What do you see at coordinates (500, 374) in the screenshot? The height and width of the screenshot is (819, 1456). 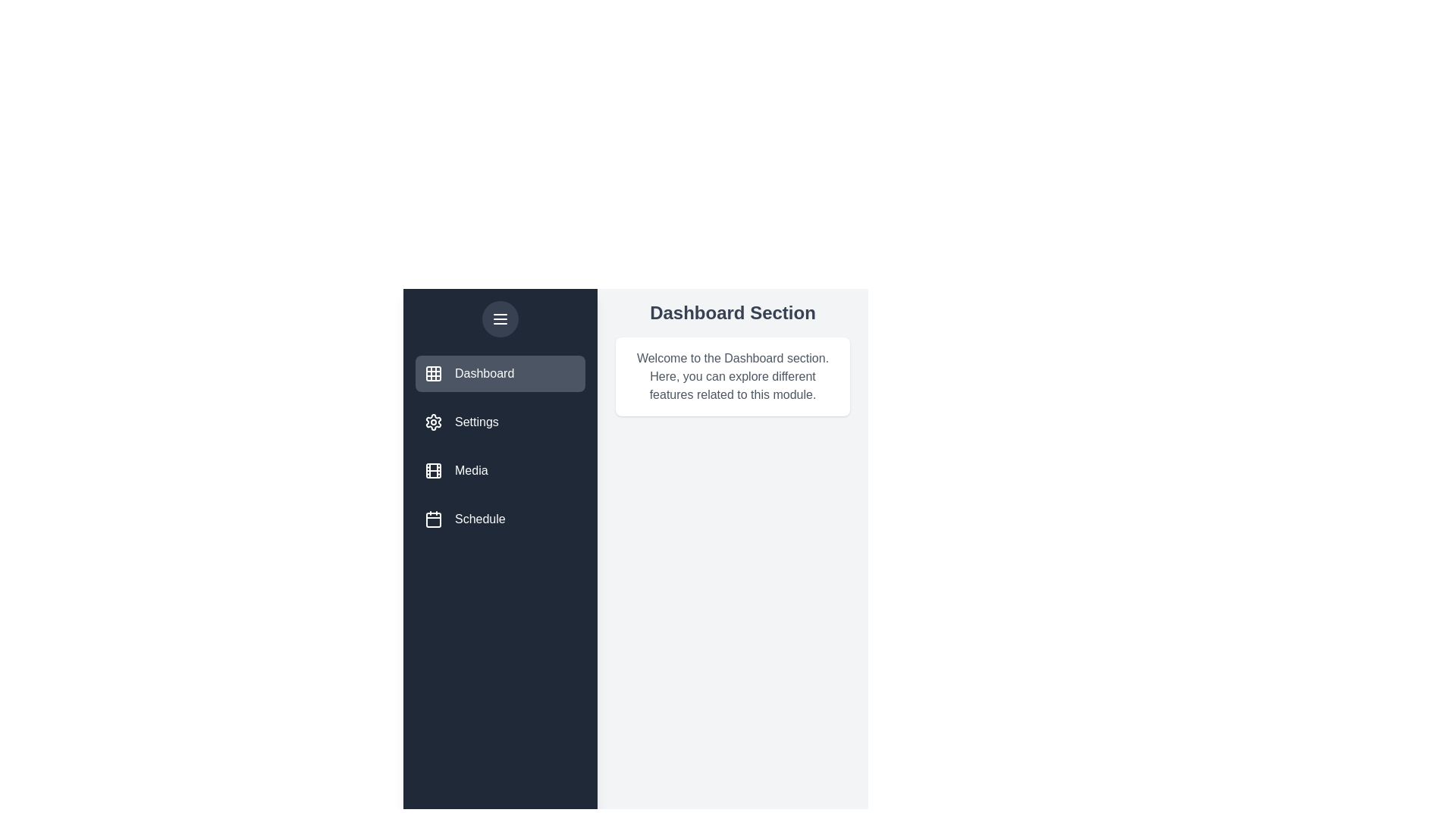 I see `the menu item Dashboard` at bounding box center [500, 374].